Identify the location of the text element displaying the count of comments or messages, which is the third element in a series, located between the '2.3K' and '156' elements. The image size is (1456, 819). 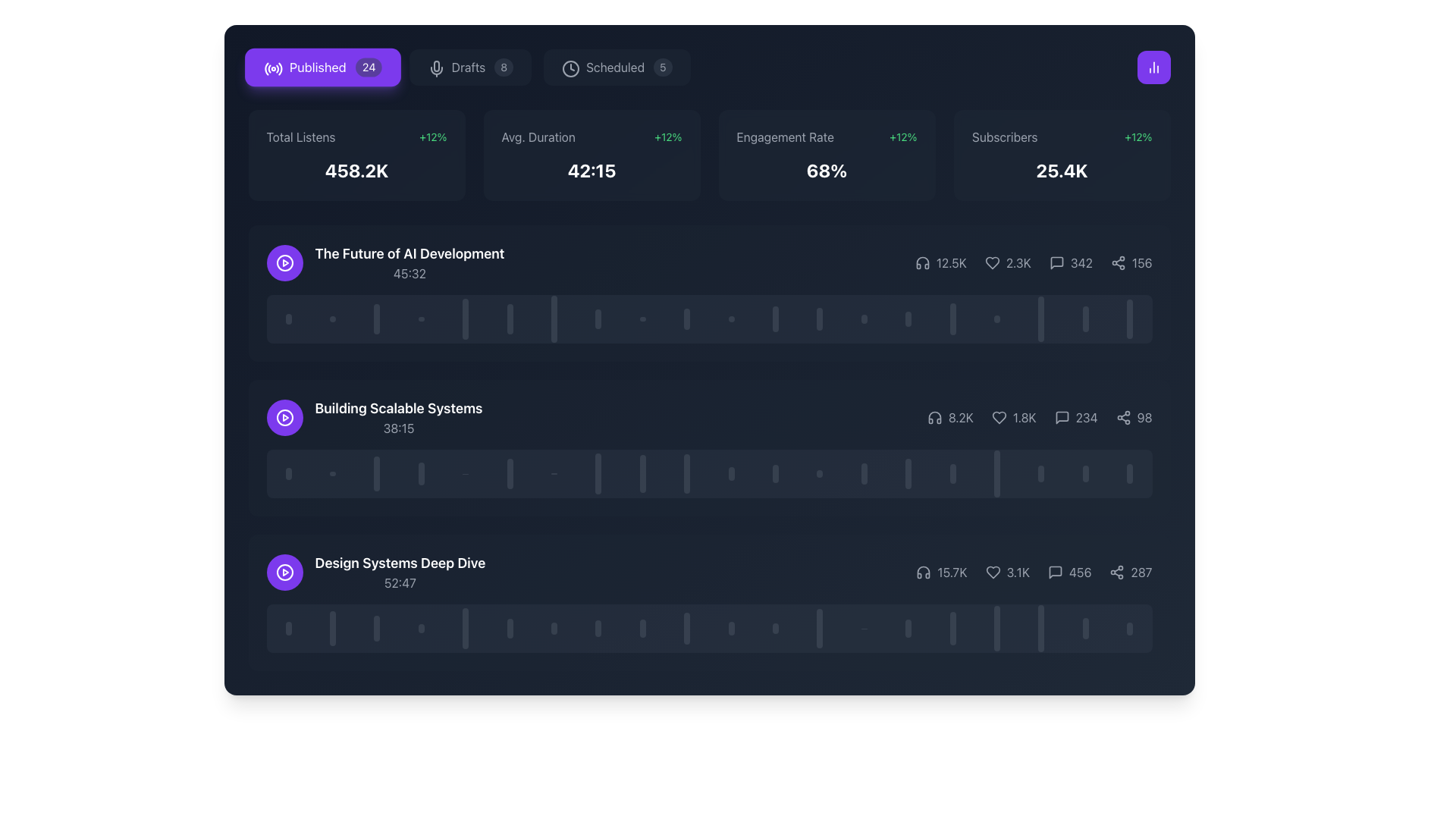
(1070, 262).